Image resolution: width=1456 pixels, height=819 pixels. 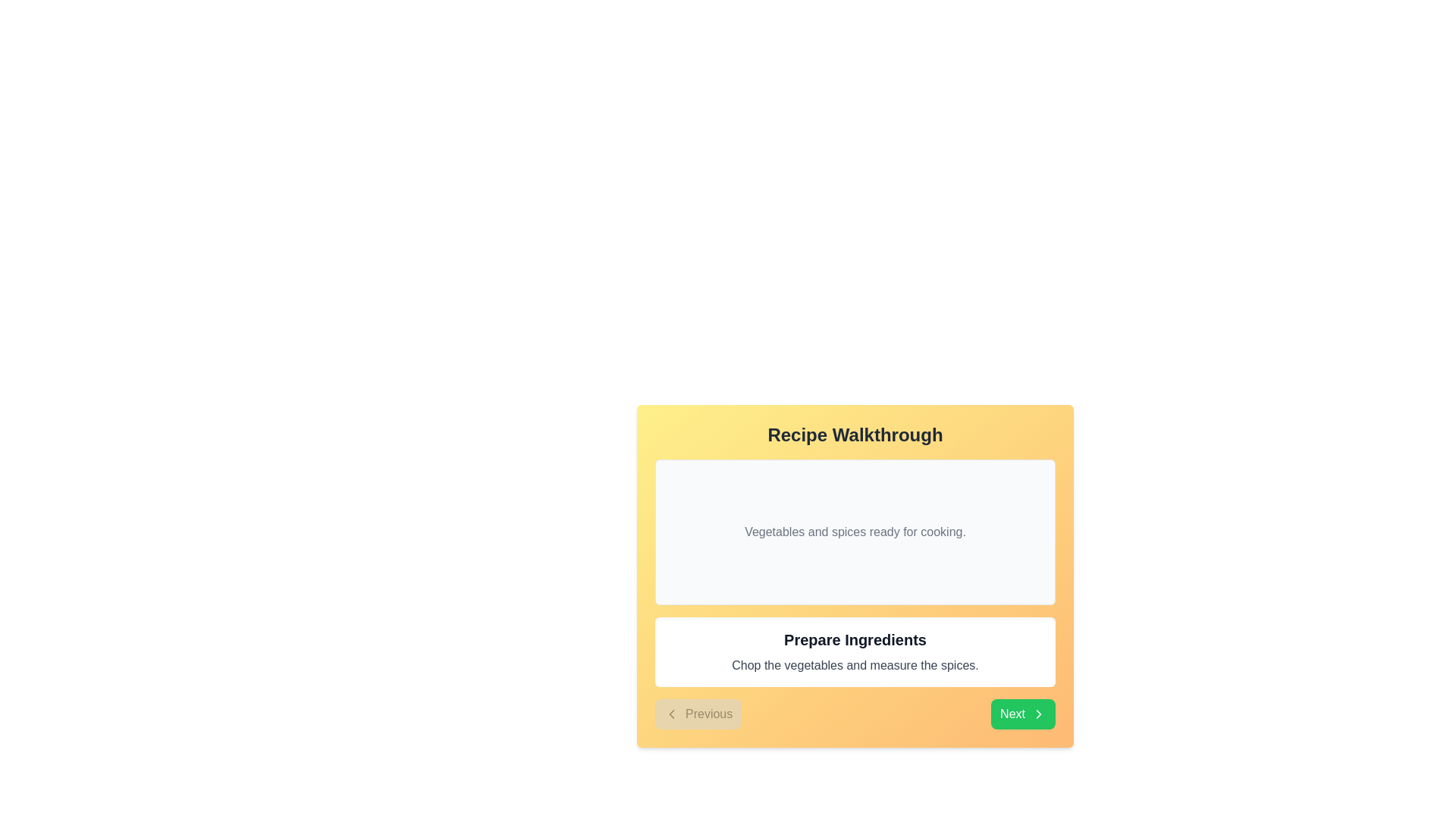 I want to click on the right-facing chevron icon inside the 'Next' button located at the bottom right corner of the 'Recipe Walkthrough' content box, so click(x=1037, y=714).